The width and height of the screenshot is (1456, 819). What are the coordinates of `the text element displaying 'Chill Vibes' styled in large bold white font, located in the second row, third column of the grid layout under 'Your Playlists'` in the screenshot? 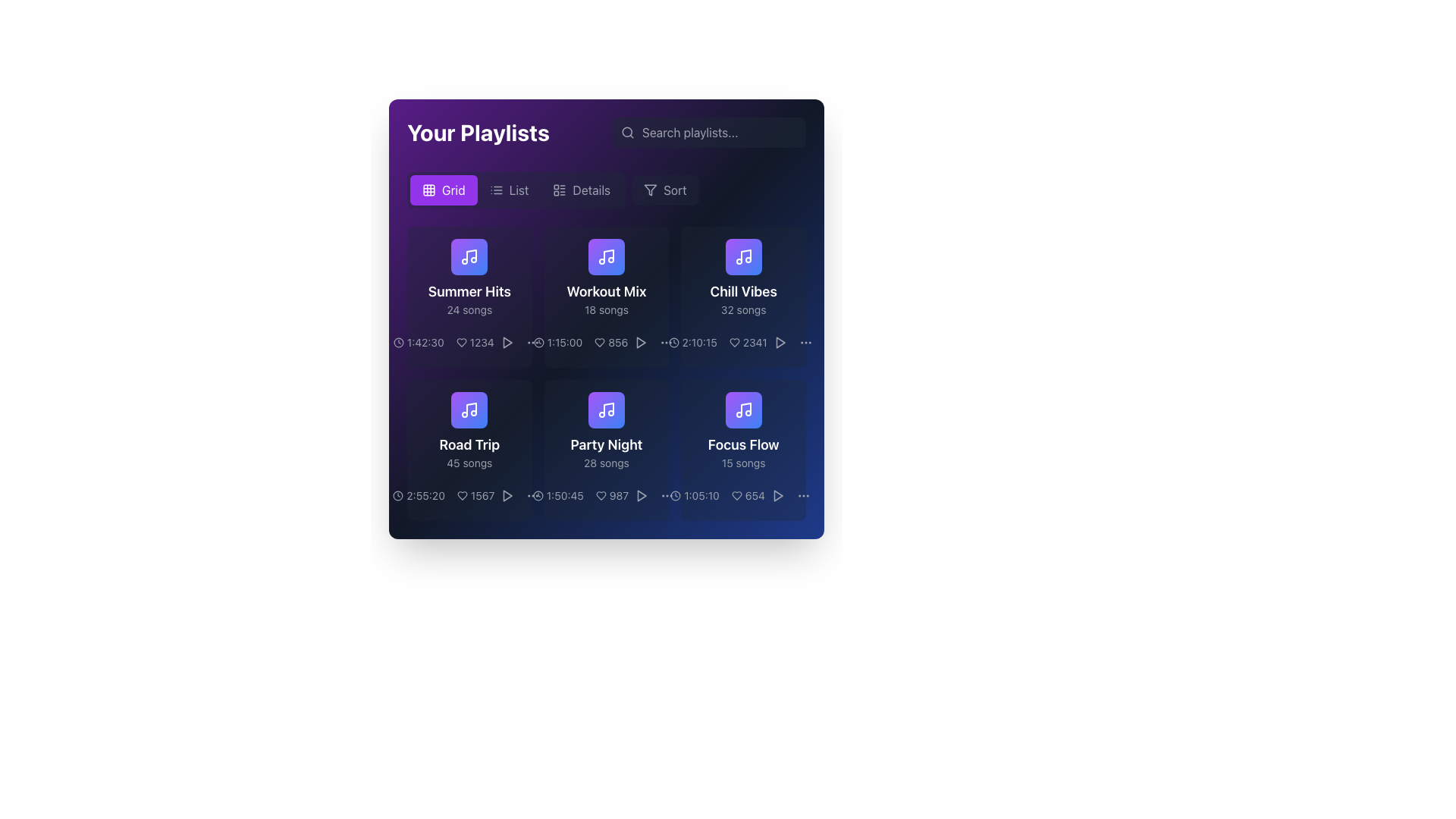 It's located at (743, 292).